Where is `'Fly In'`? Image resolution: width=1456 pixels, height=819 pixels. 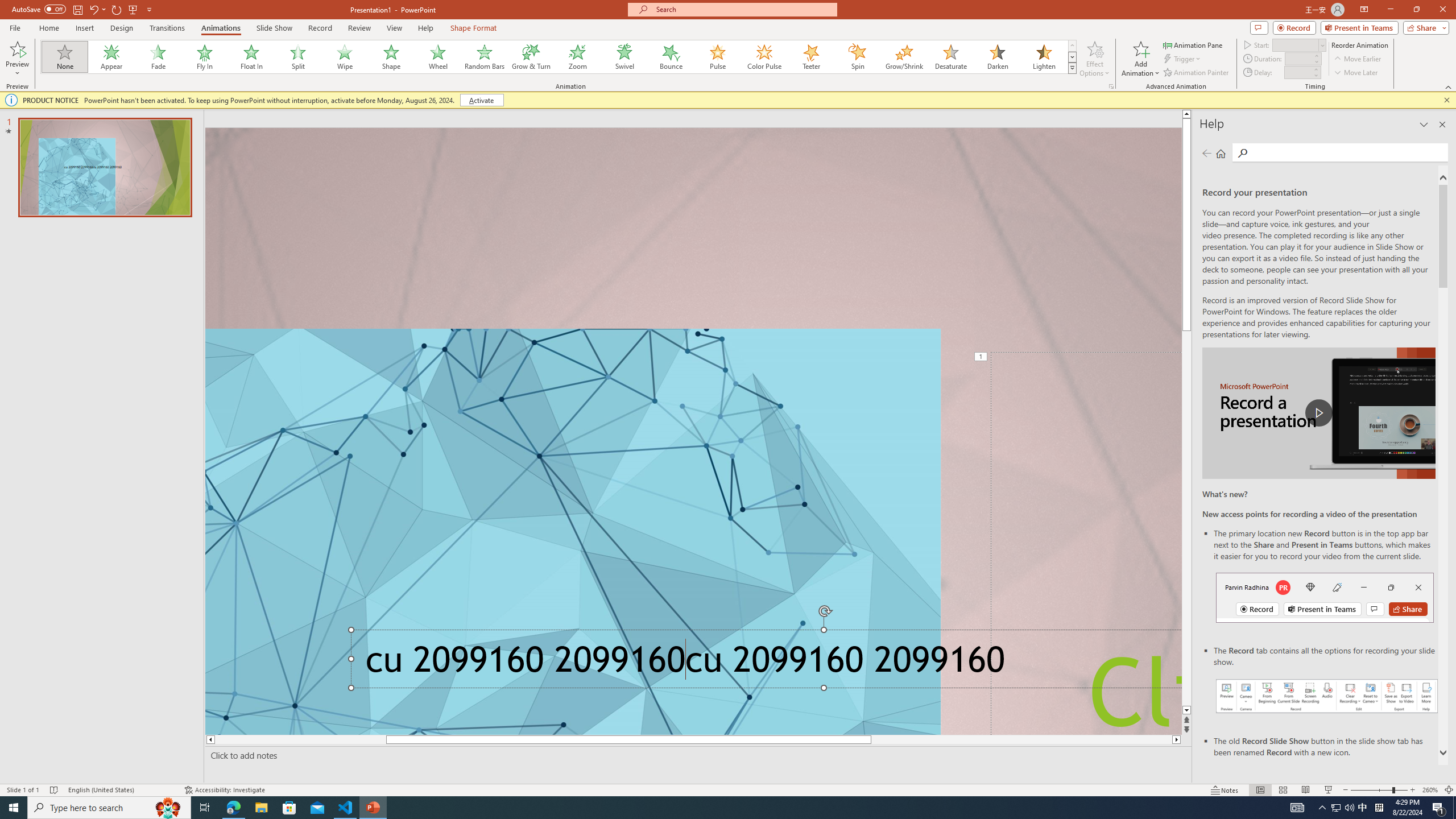
'Fly In' is located at coordinates (204, 56).